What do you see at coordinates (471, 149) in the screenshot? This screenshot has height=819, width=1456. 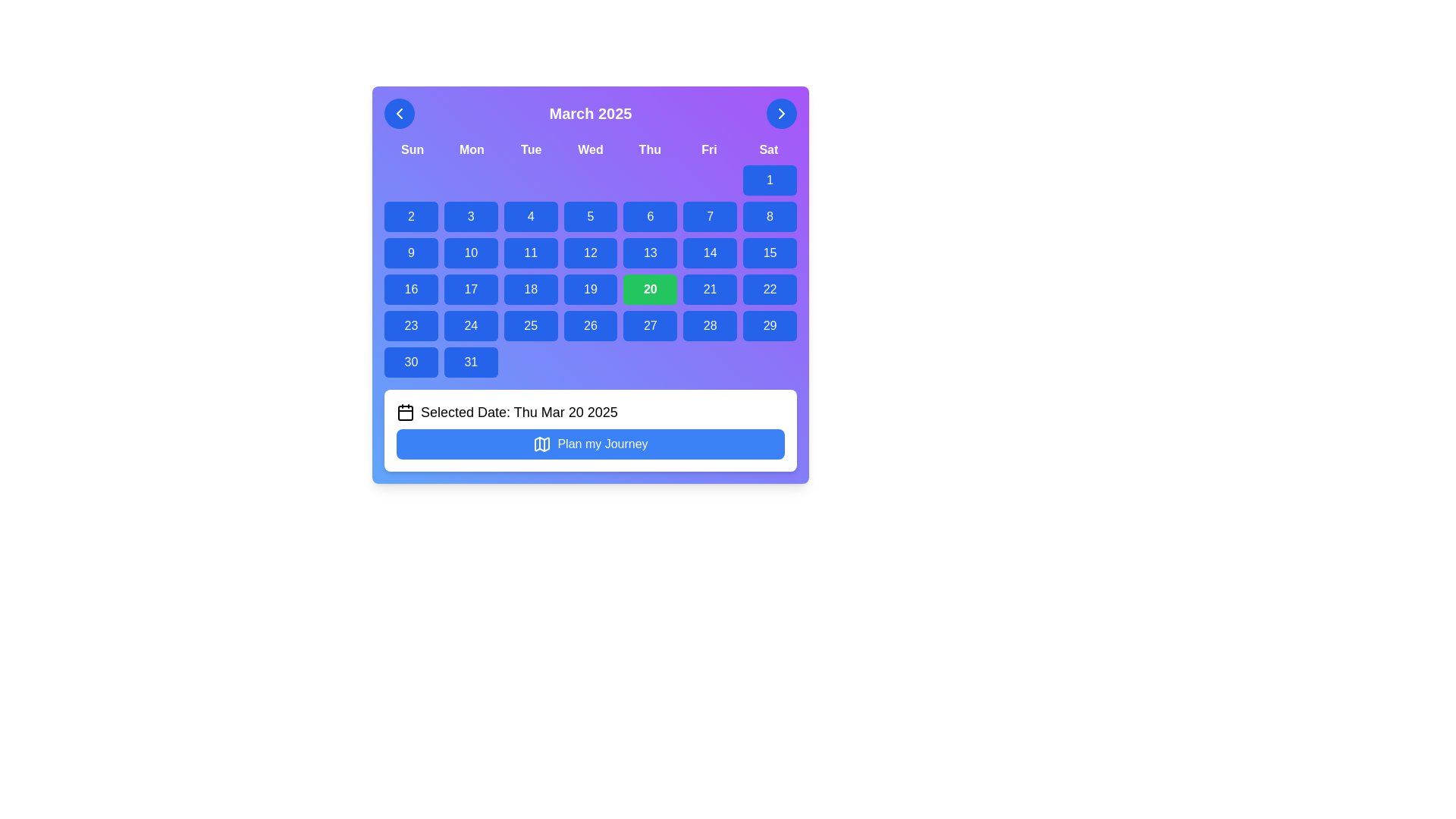 I see `the 'Mon' label in the calendar interface, which is the second weekday label positioned between 'Sun' and 'Tue'` at bounding box center [471, 149].